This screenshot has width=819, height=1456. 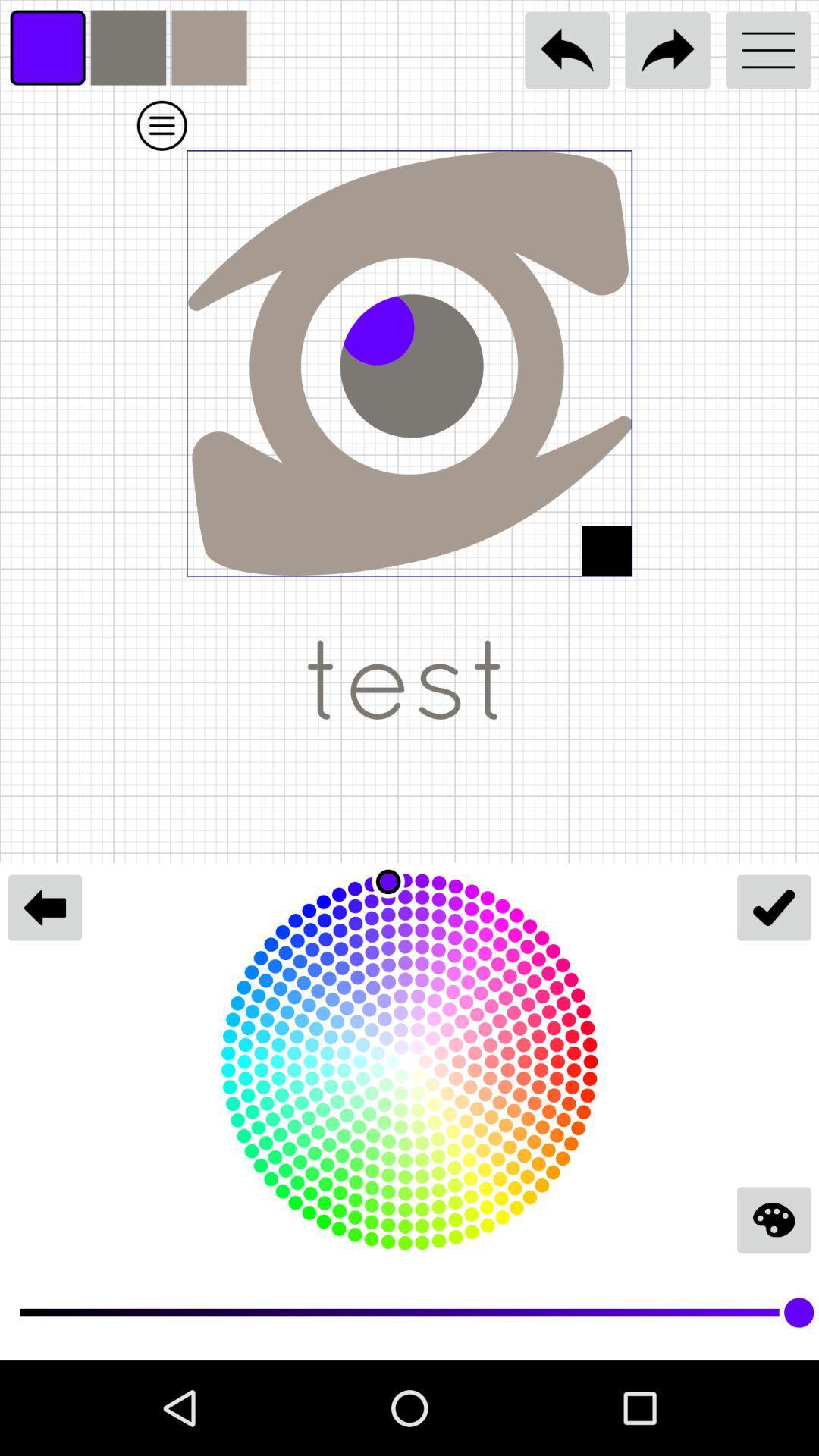 I want to click on the undo icon, so click(x=567, y=50).